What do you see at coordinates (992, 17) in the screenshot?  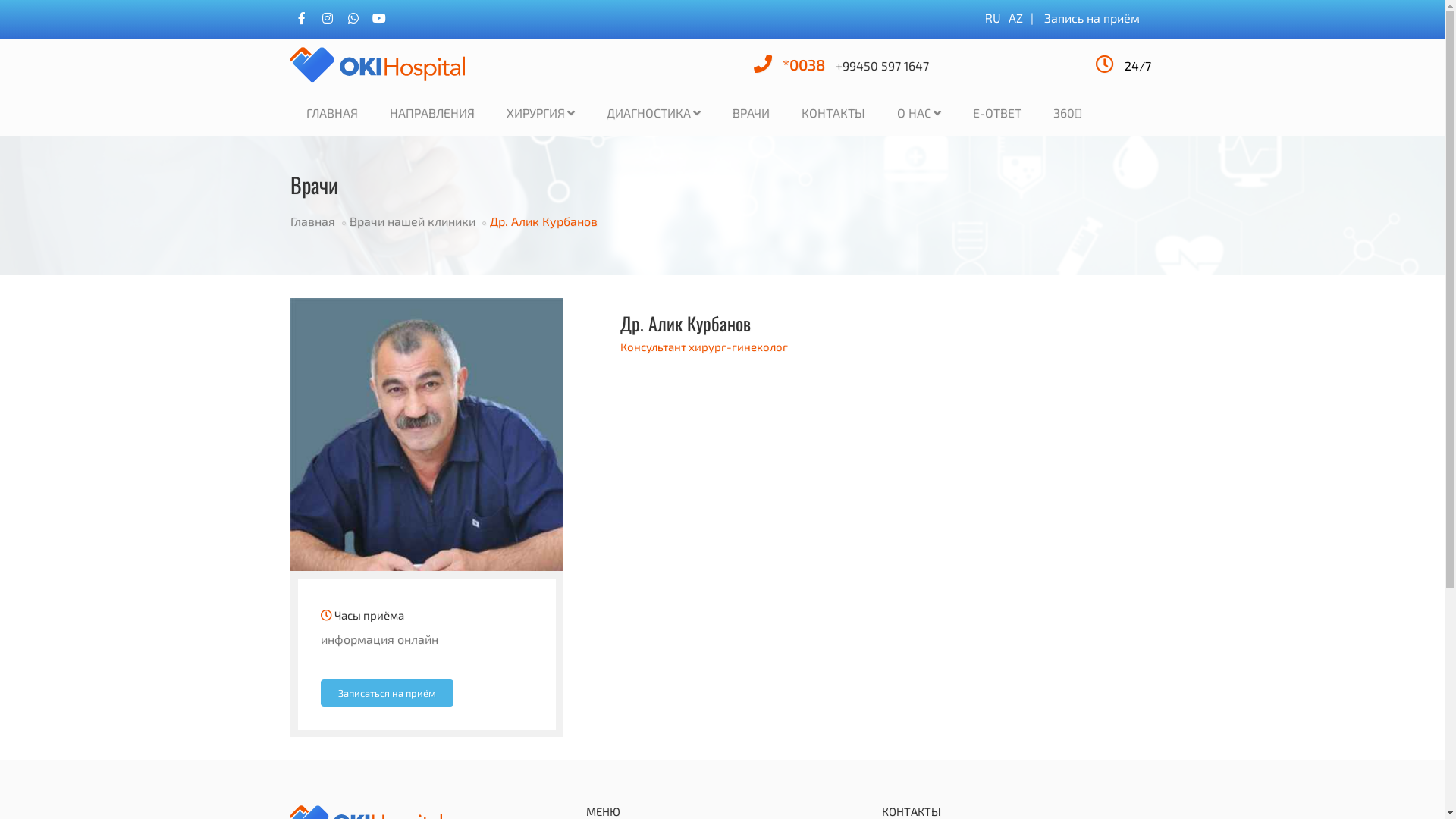 I see `'RU'` at bounding box center [992, 17].